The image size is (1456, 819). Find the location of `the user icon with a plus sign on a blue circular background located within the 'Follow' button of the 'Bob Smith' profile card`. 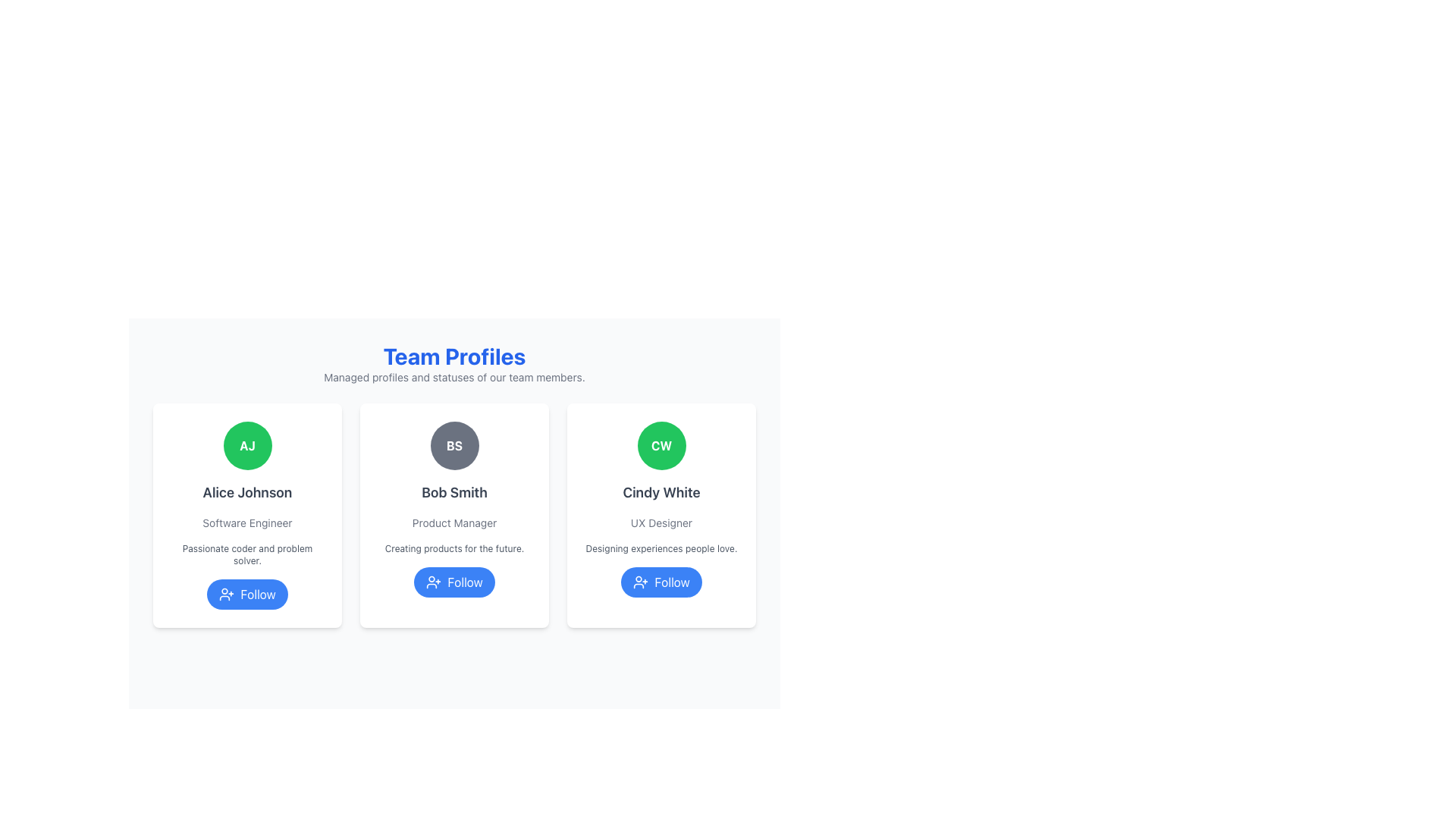

the user icon with a plus sign on a blue circular background located within the 'Follow' button of the 'Bob Smith' profile card is located at coordinates (433, 581).